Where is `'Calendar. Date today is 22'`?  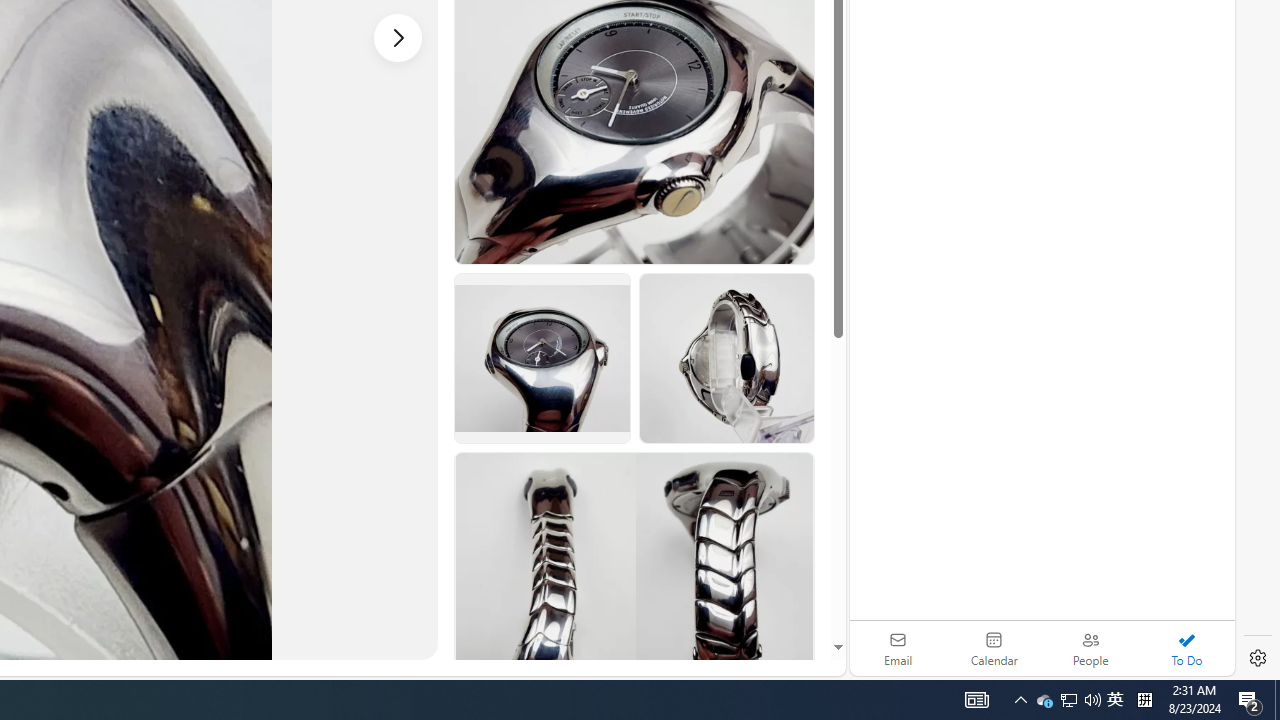
'Calendar. Date today is 22' is located at coordinates (994, 648).